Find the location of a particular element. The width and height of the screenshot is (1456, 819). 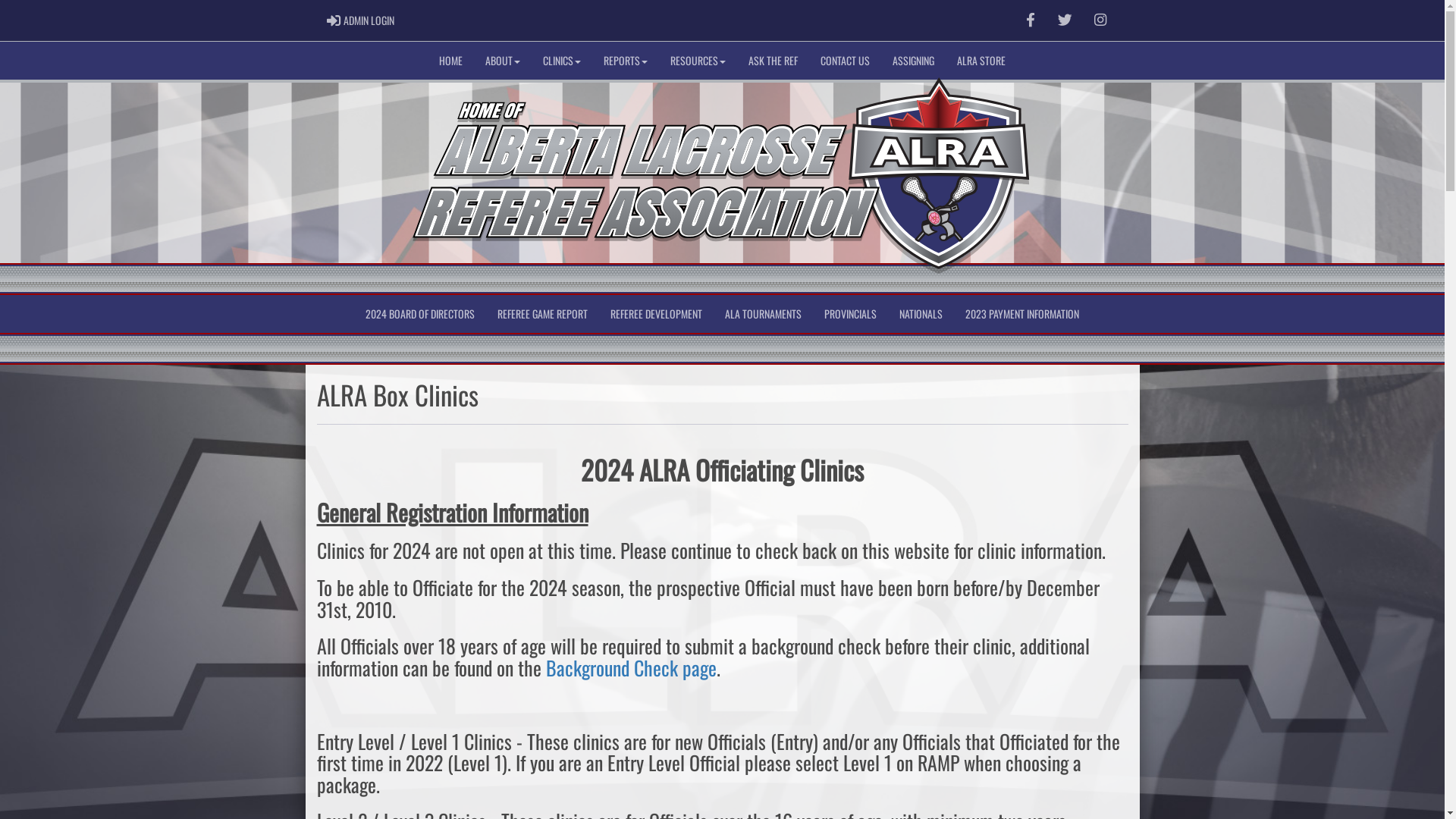

'instagram' is located at coordinates (1094, 20).